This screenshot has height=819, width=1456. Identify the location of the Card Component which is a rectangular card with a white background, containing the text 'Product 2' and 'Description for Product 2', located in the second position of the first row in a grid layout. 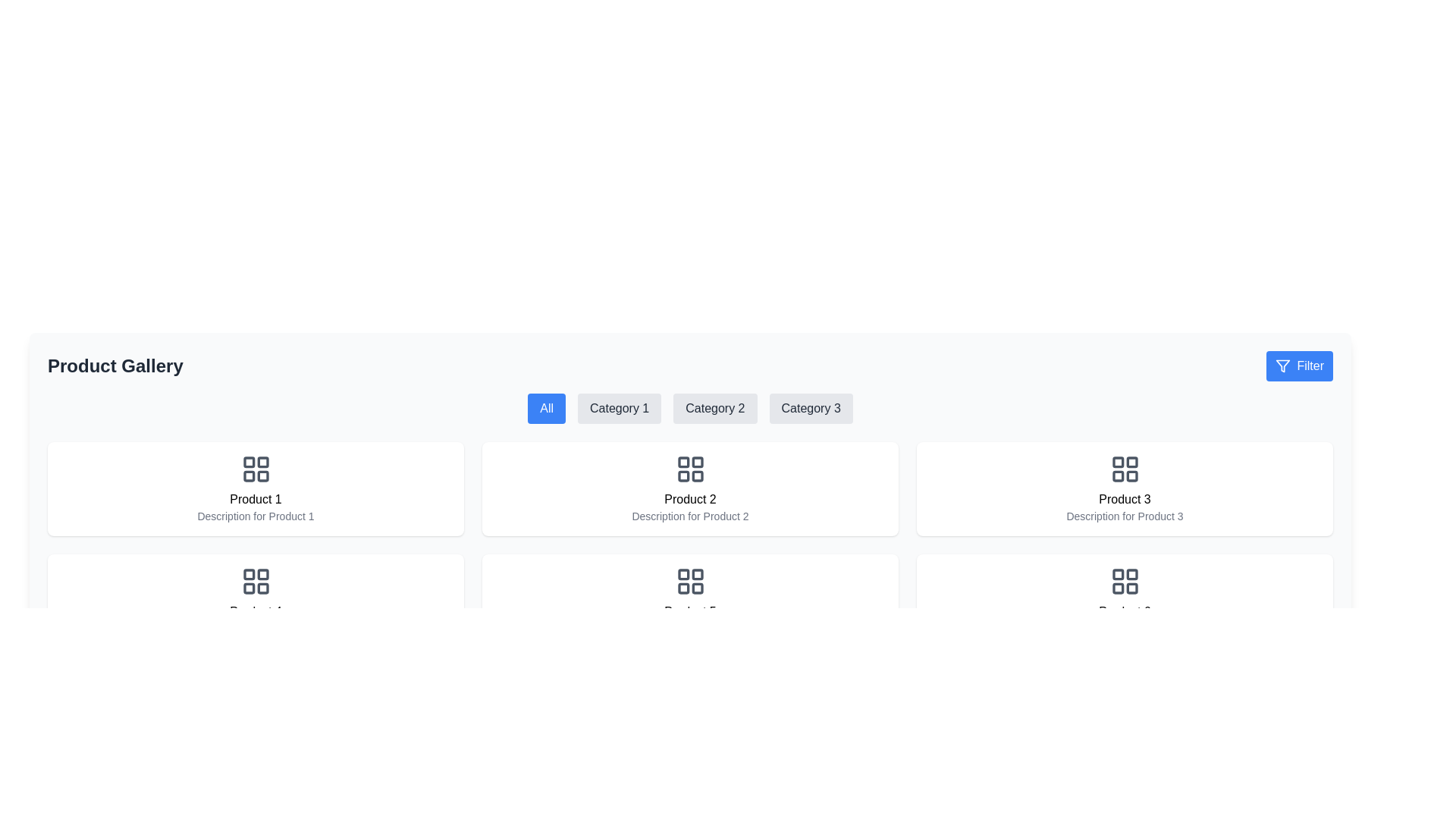
(689, 488).